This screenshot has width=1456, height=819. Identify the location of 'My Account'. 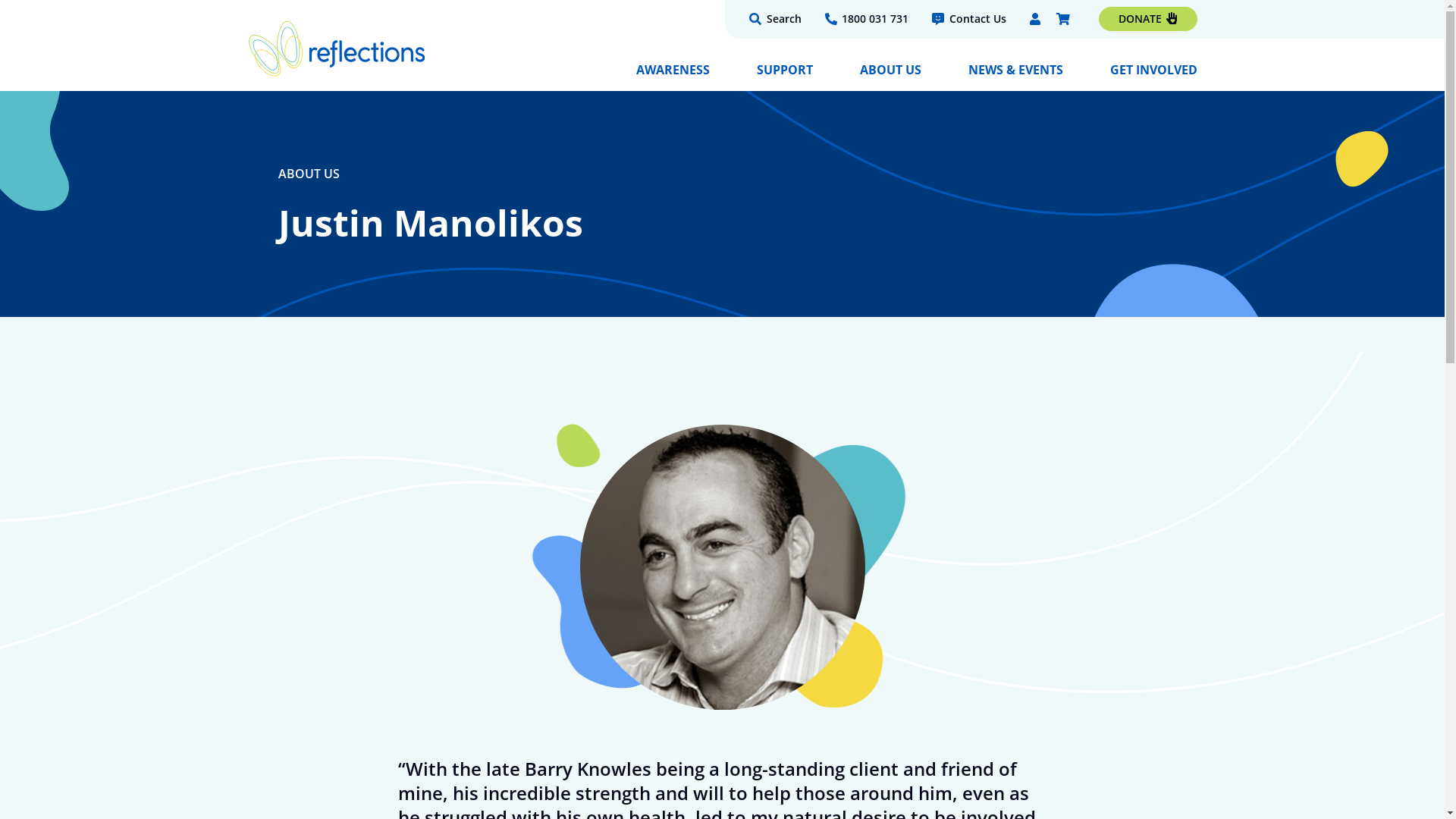
(1037, 20).